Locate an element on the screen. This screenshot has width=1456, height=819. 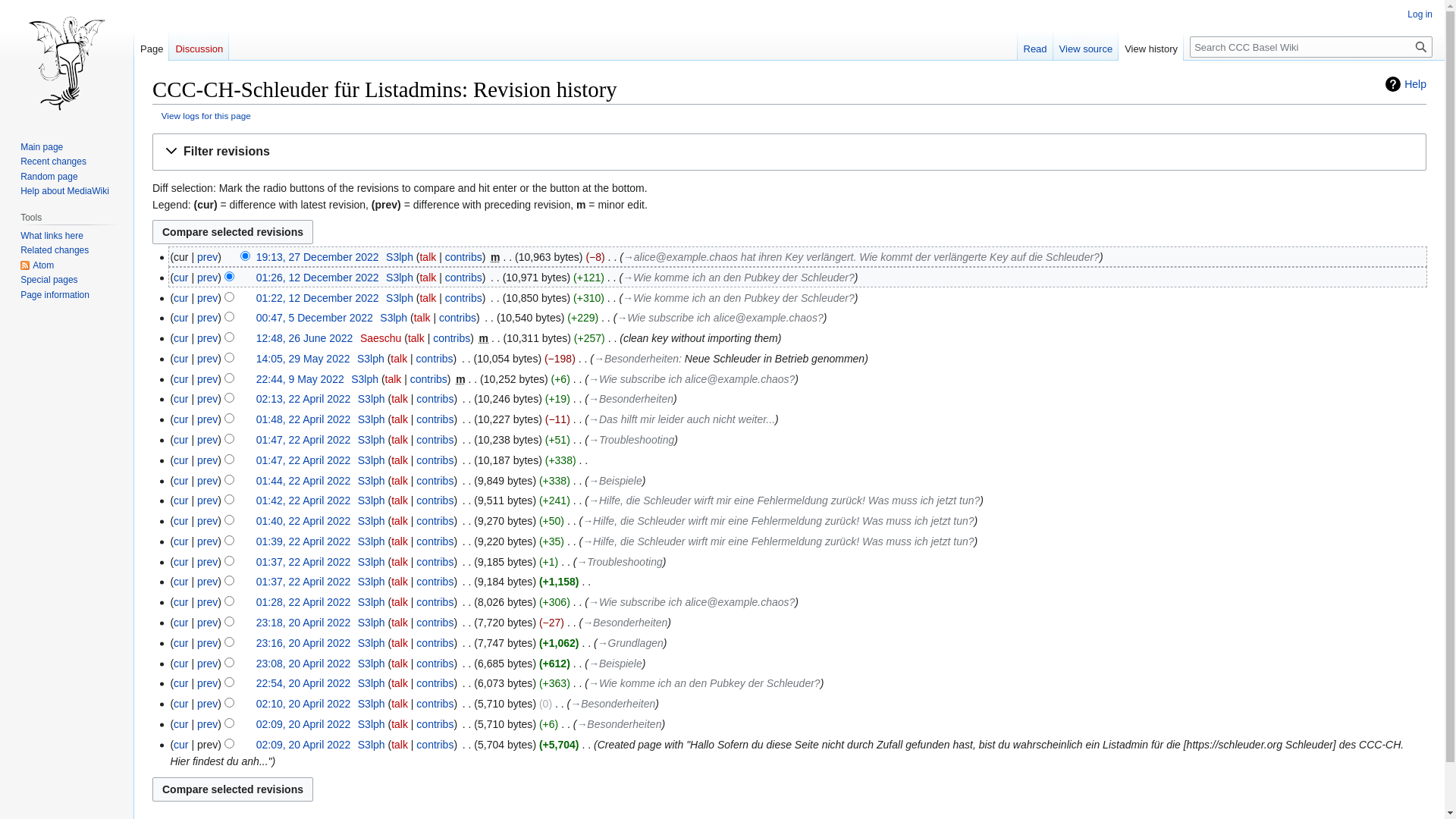
'View source' is located at coordinates (1085, 45).